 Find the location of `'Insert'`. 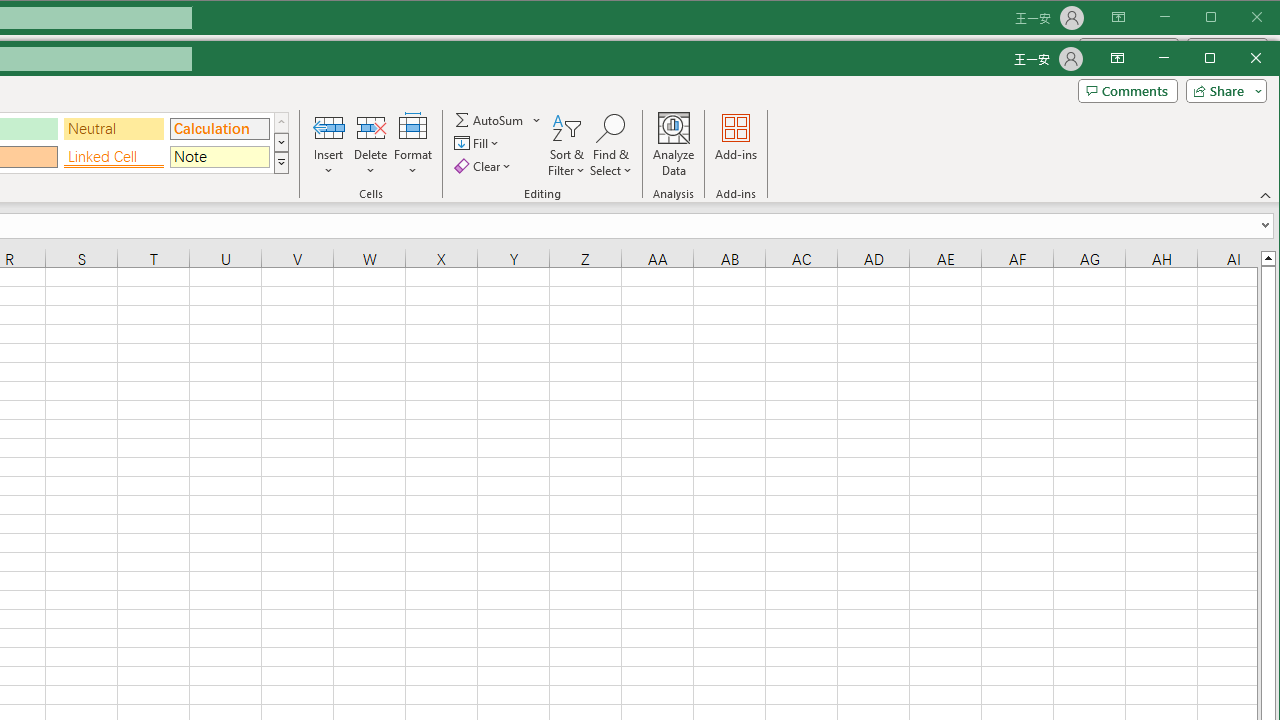

'Insert' is located at coordinates (328, 144).